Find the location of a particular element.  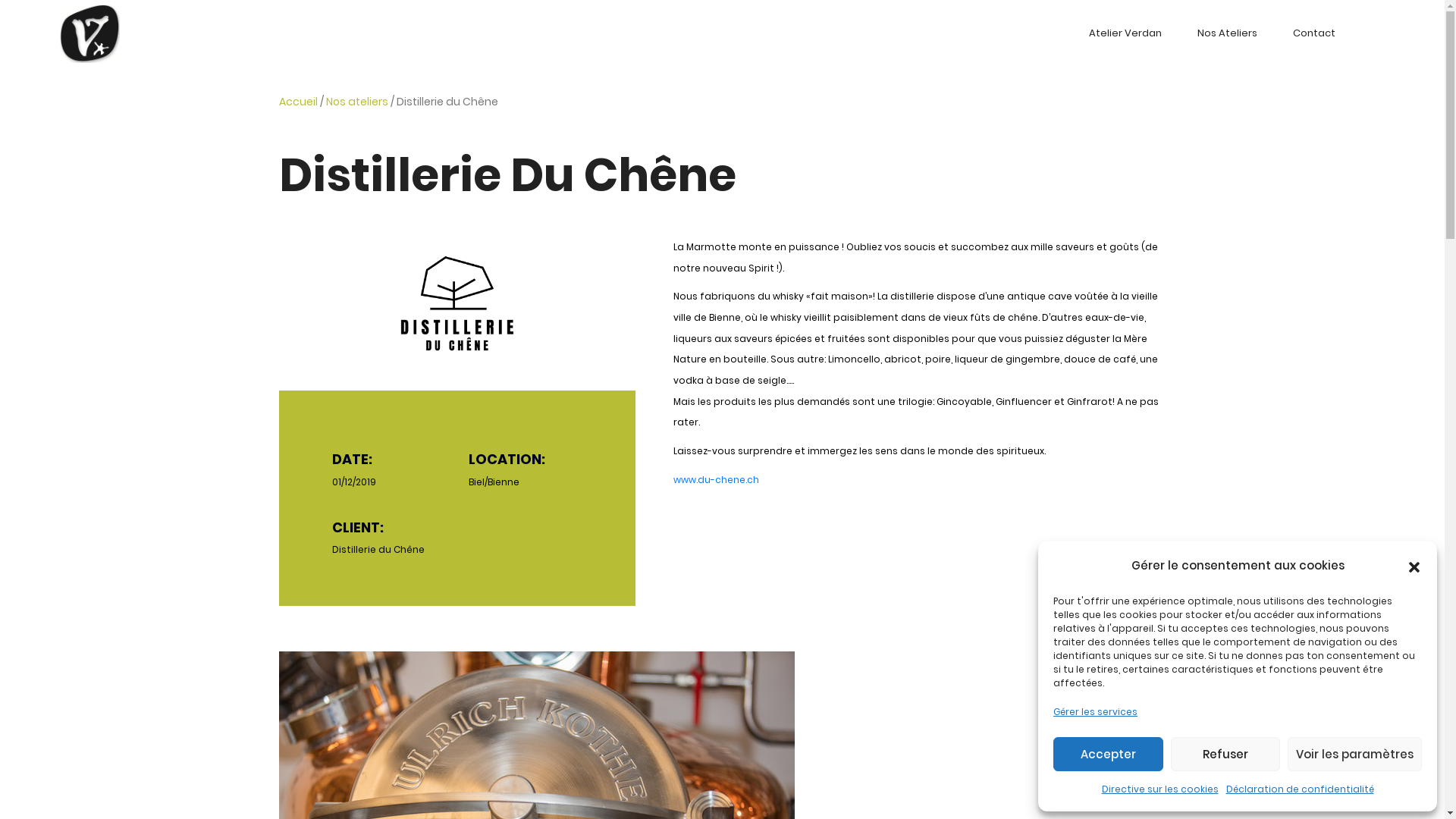

'Atelier Verdan' is located at coordinates (1125, 33).